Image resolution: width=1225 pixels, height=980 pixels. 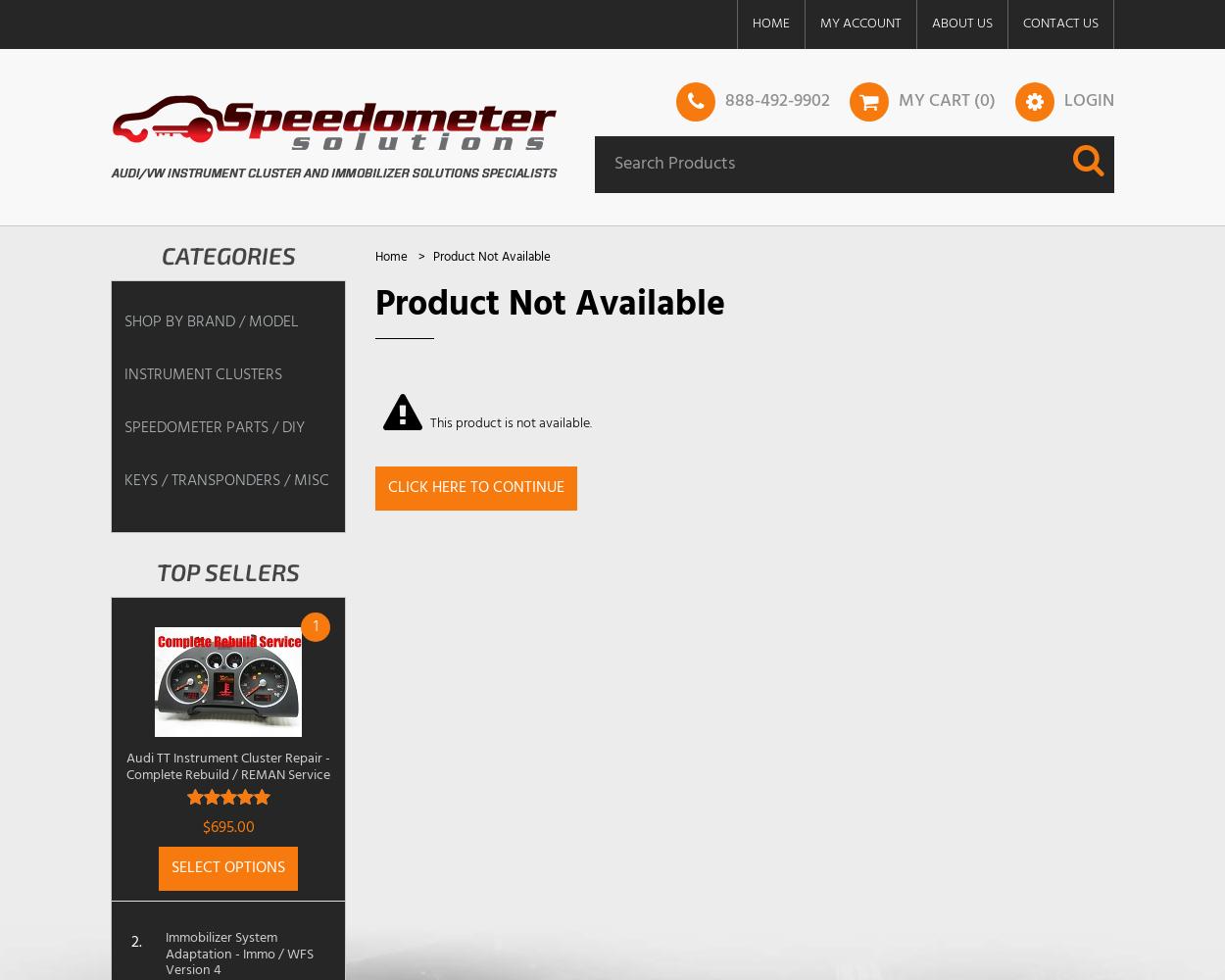 I want to click on 'Login', so click(x=1088, y=99).